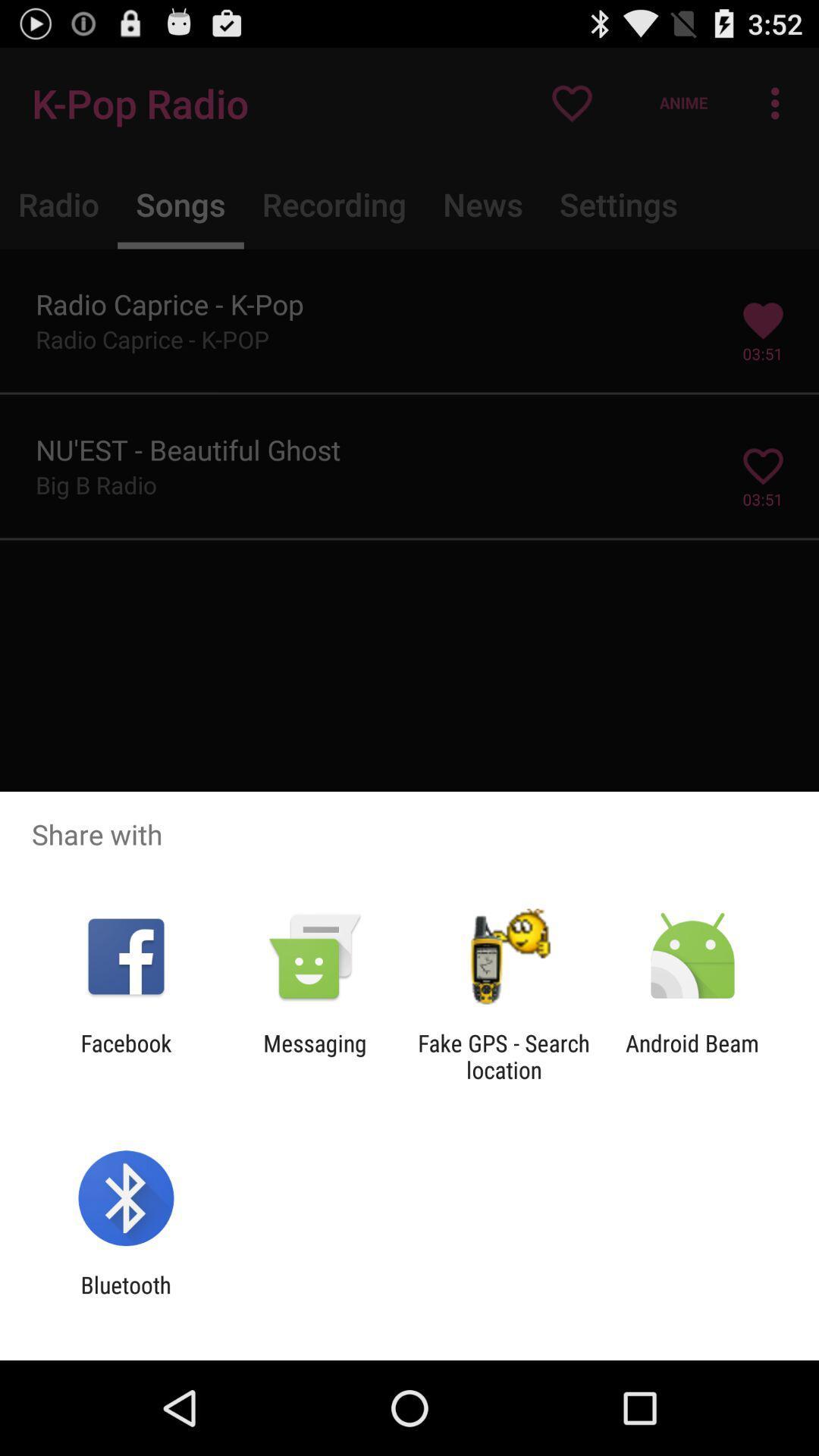  What do you see at coordinates (692, 1056) in the screenshot?
I see `item to the right of fake gps search icon` at bounding box center [692, 1056].